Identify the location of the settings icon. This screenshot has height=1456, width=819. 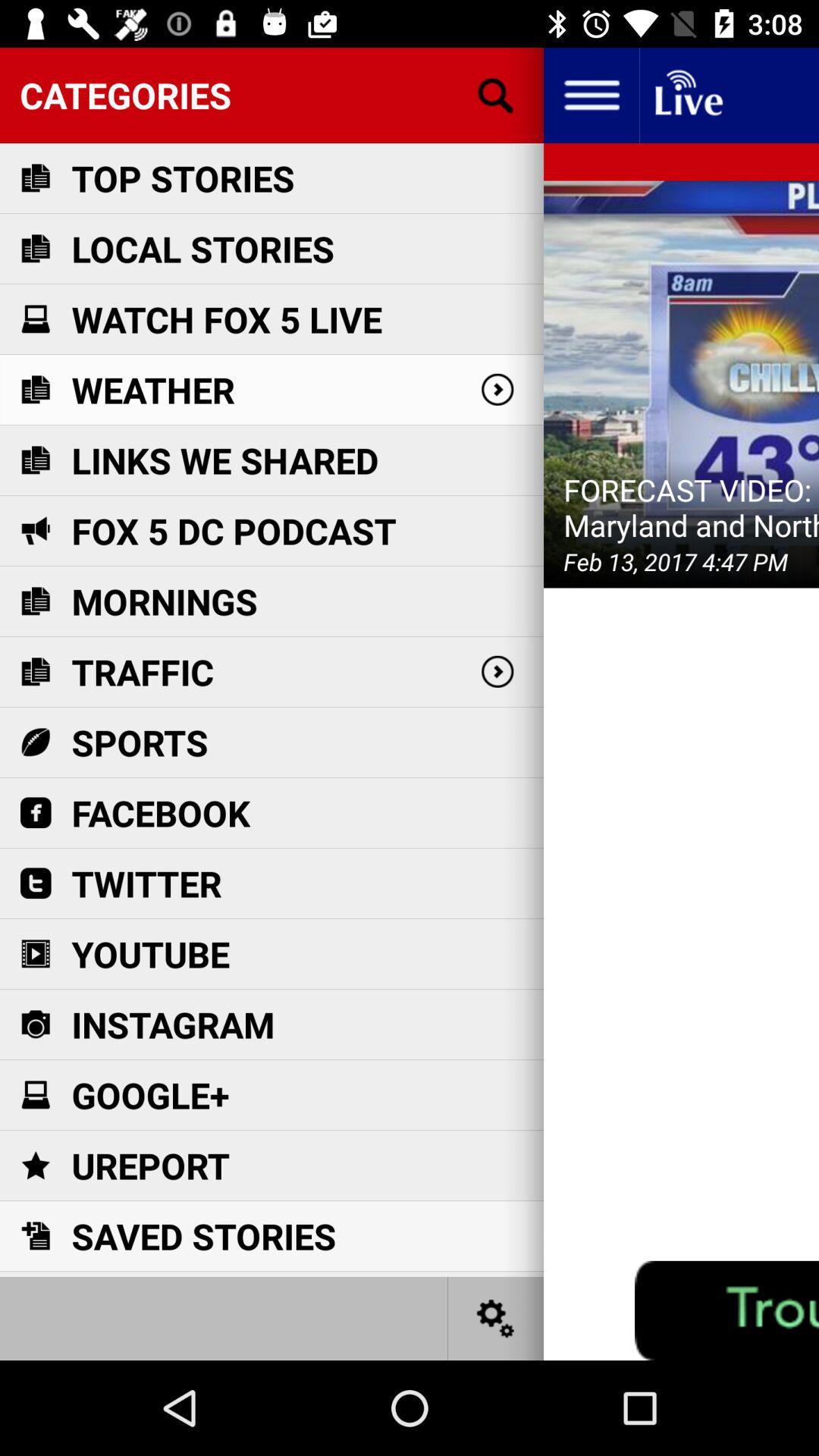
(496, 1317).